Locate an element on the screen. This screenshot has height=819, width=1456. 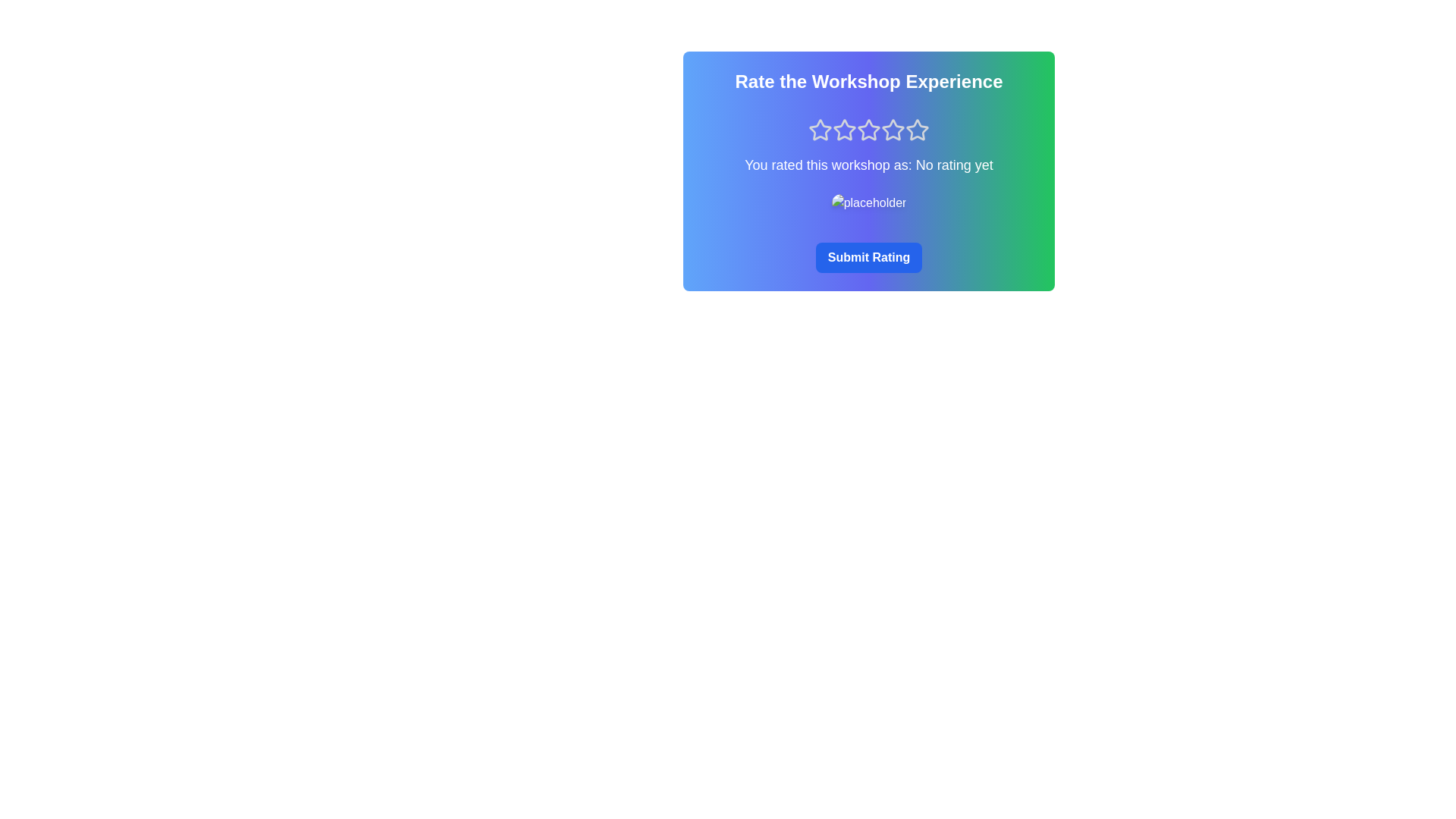
the star corresponding to 3 stars to preview the rating is located at coordinates (869, 130).